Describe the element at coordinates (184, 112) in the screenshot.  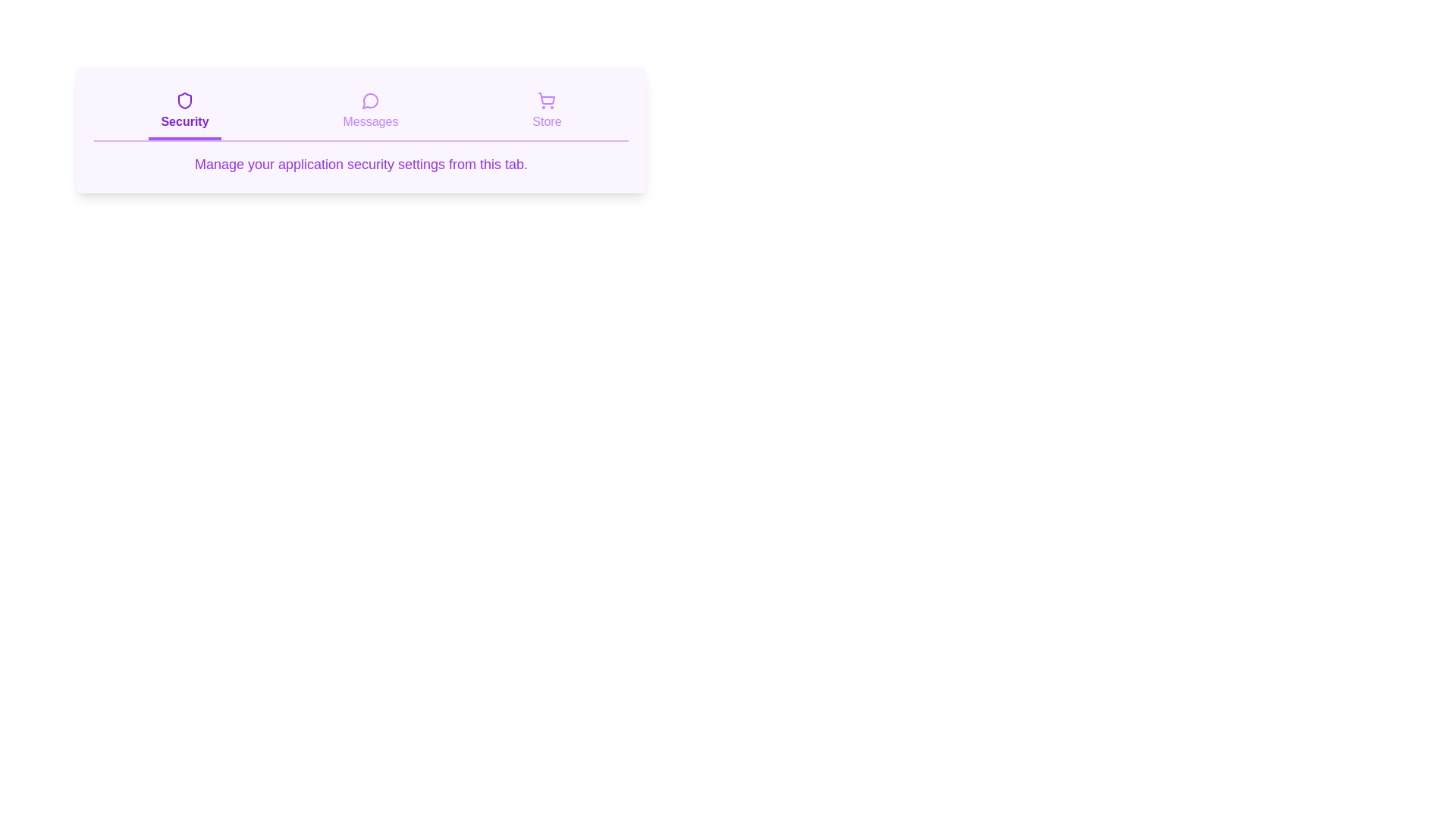
I see `the tab labeled Security` at that location.